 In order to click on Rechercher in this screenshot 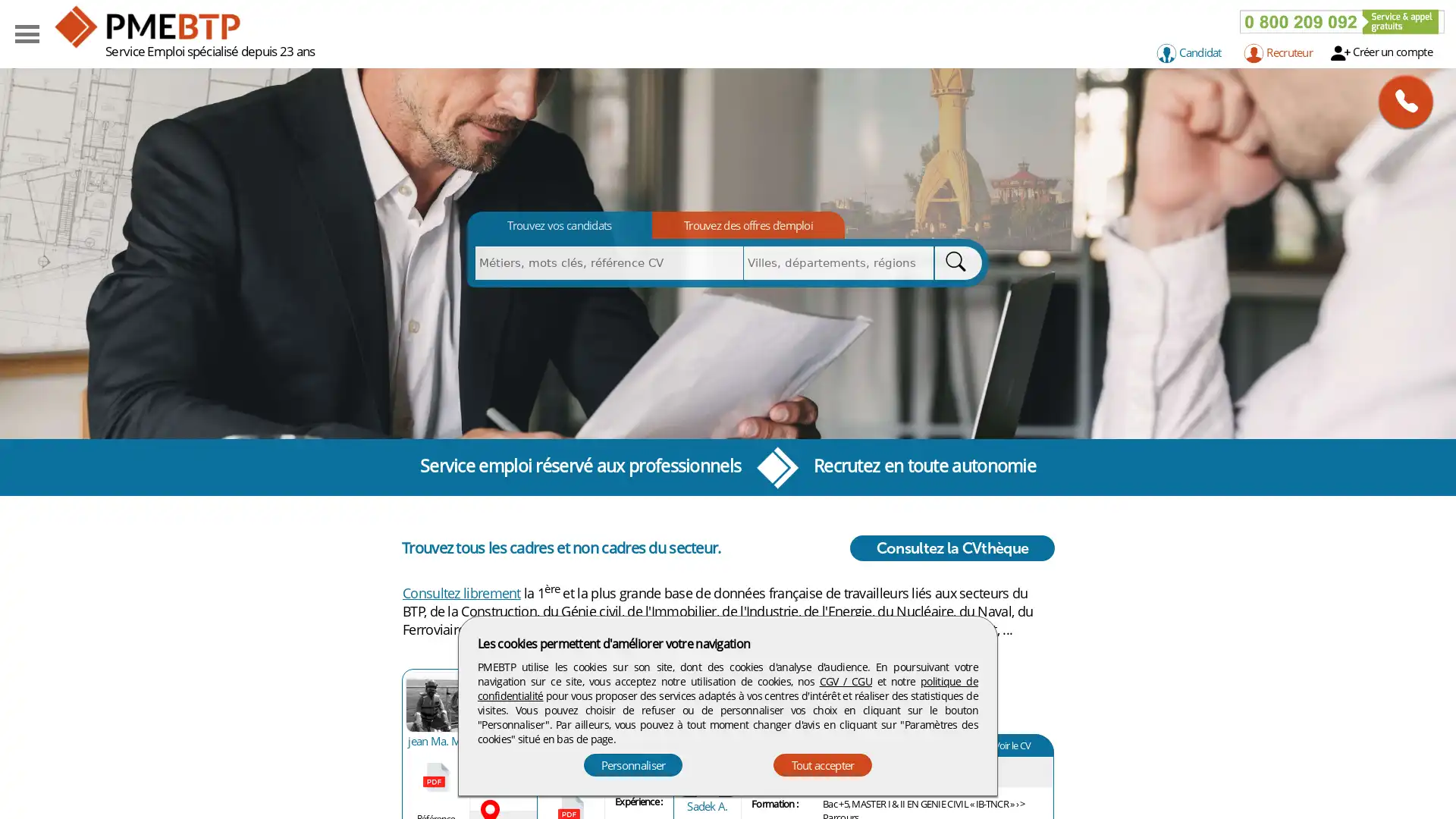, I will do `click(956, 262)`.